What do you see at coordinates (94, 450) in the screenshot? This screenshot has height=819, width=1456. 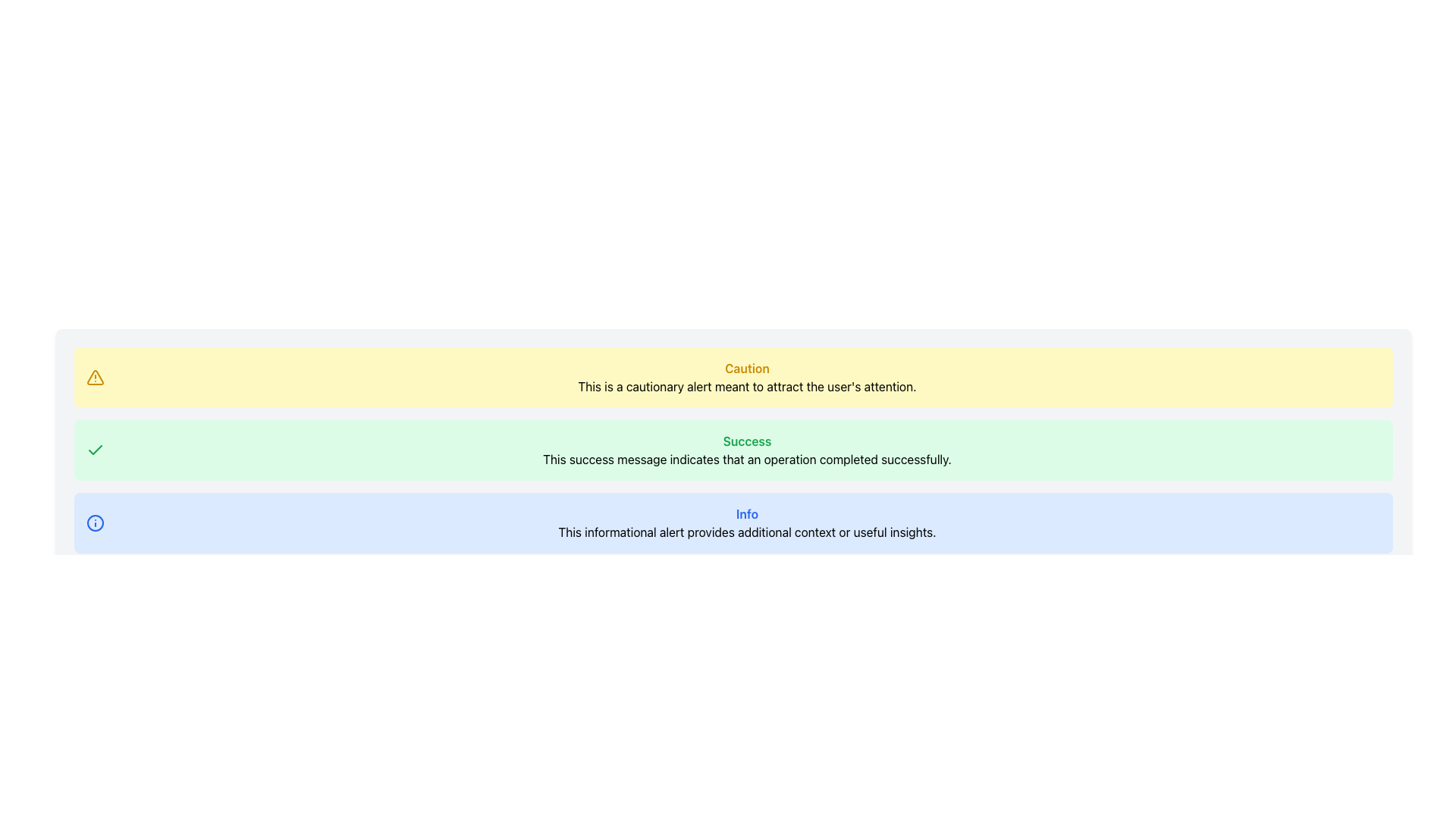 I see `the small green check icon, which signifies success, located at the beginning of the green background success message card` at bounding box center [94, 450].